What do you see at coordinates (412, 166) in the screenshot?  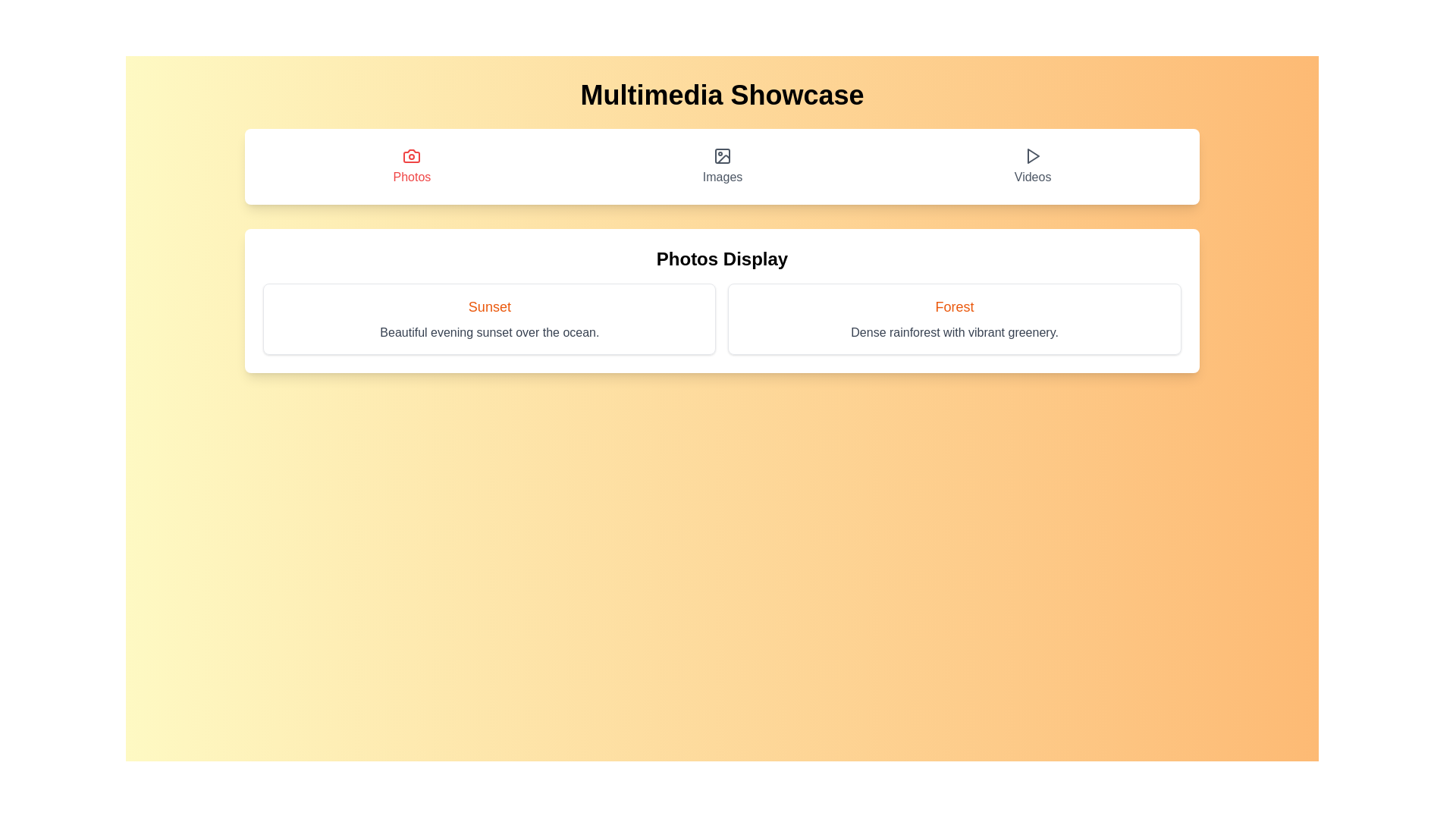 I see `the 'Photos' button, which features a red camera icon and a red text label` at bounding box center [412, 166].